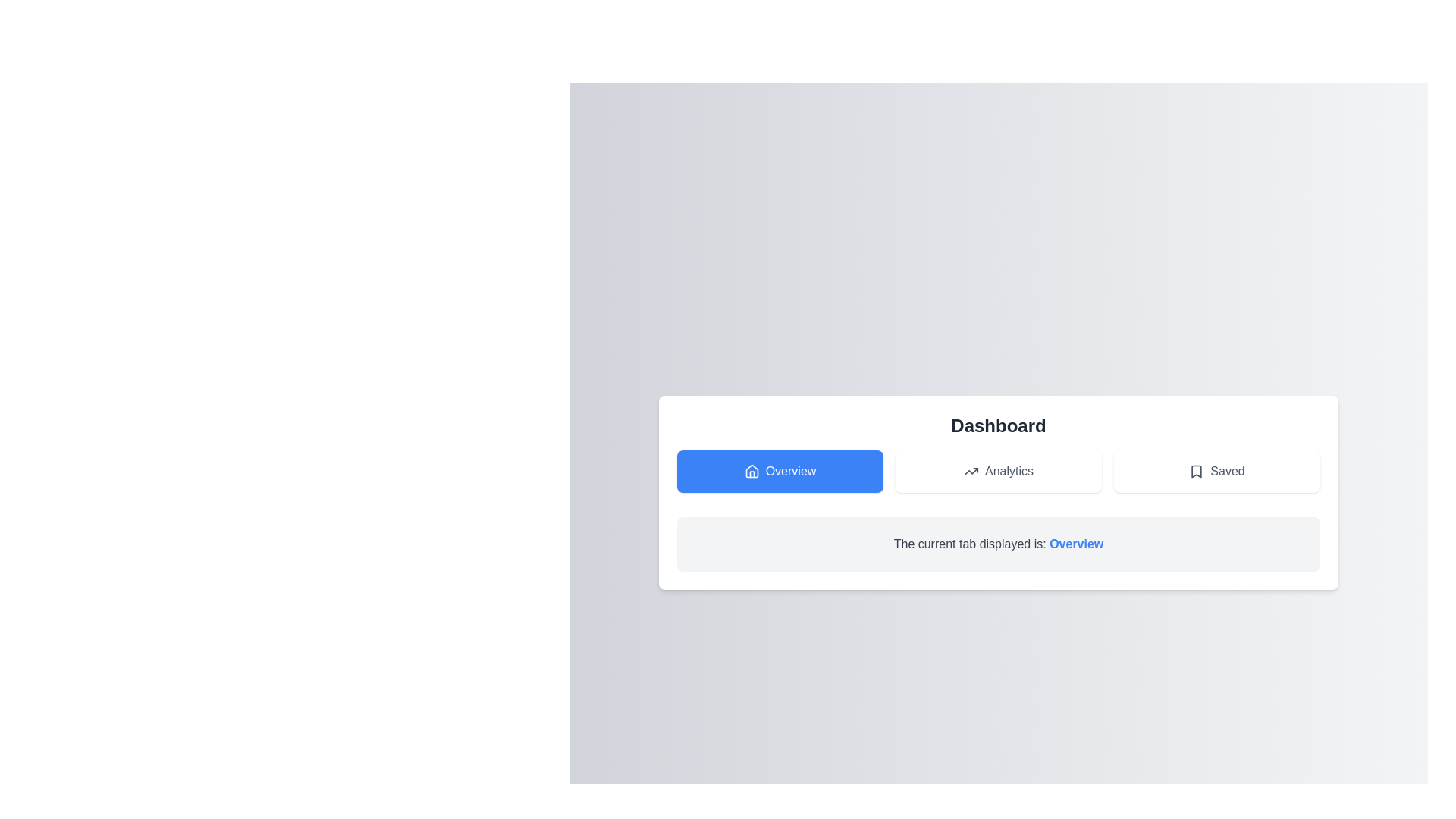  Describe the element at coordinates (1009, 470) in the screenshot. I see `the 'Analytics' text label, which serves as the identifier for the button next to the corresponding icon` at that location.